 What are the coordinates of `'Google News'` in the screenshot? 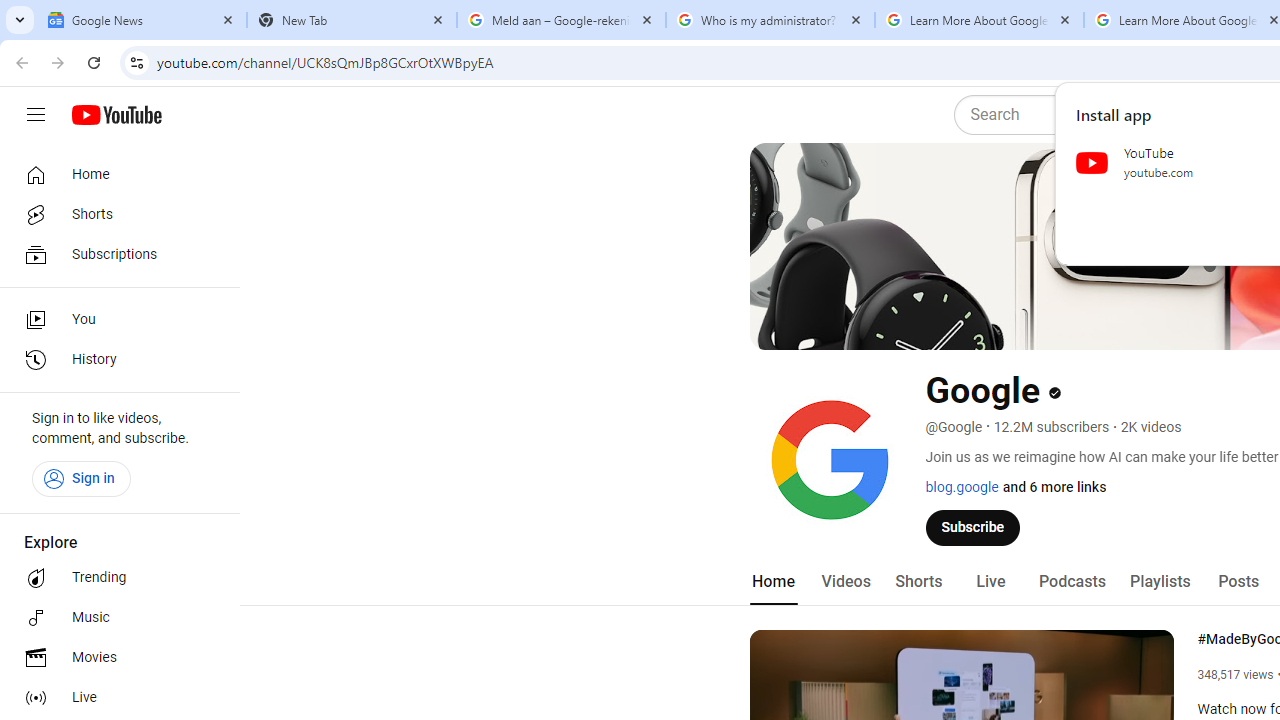 It's located at (141, 20).